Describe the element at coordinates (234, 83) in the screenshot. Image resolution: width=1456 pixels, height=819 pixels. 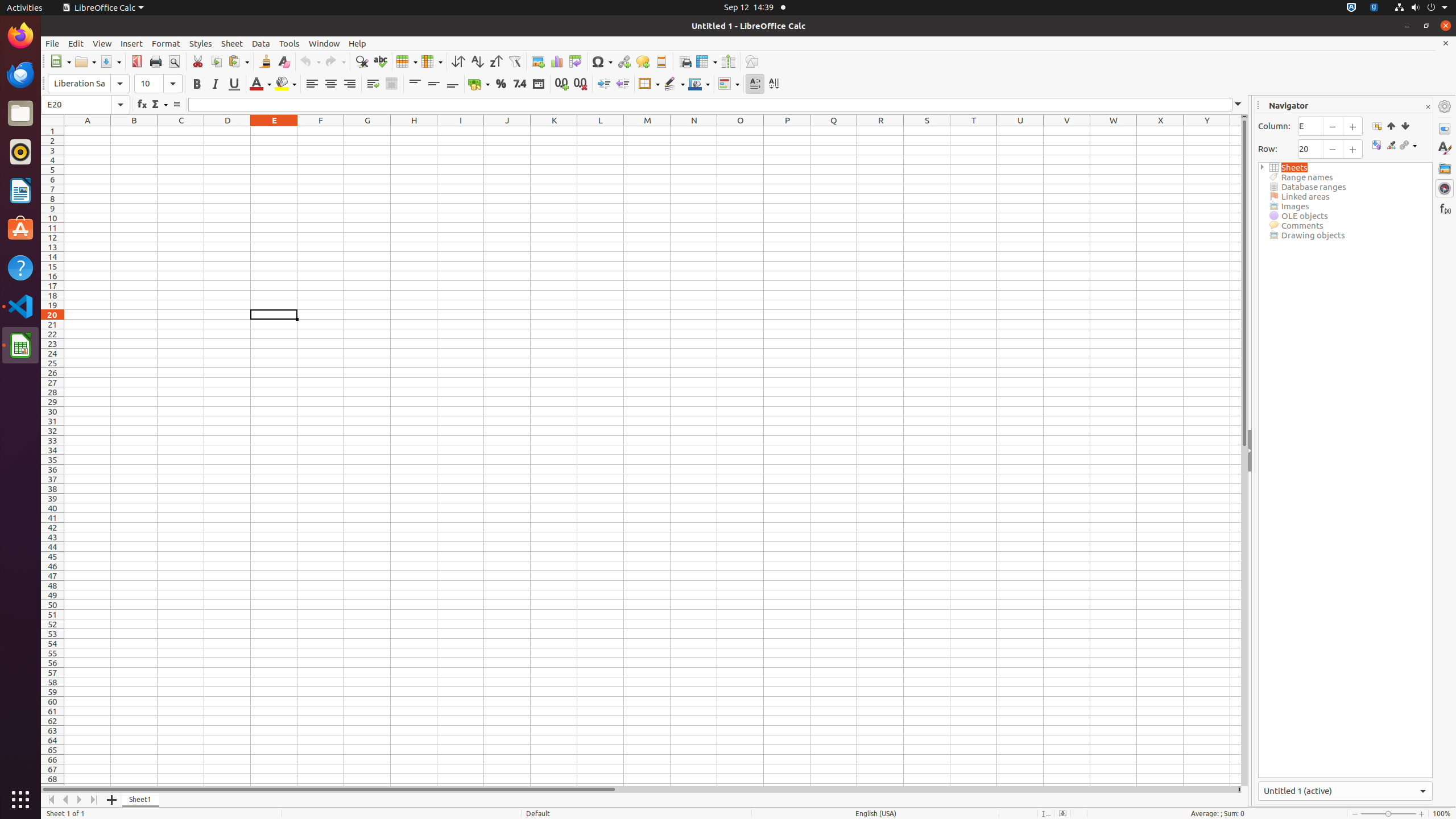
I see `'Underline'` at that location.